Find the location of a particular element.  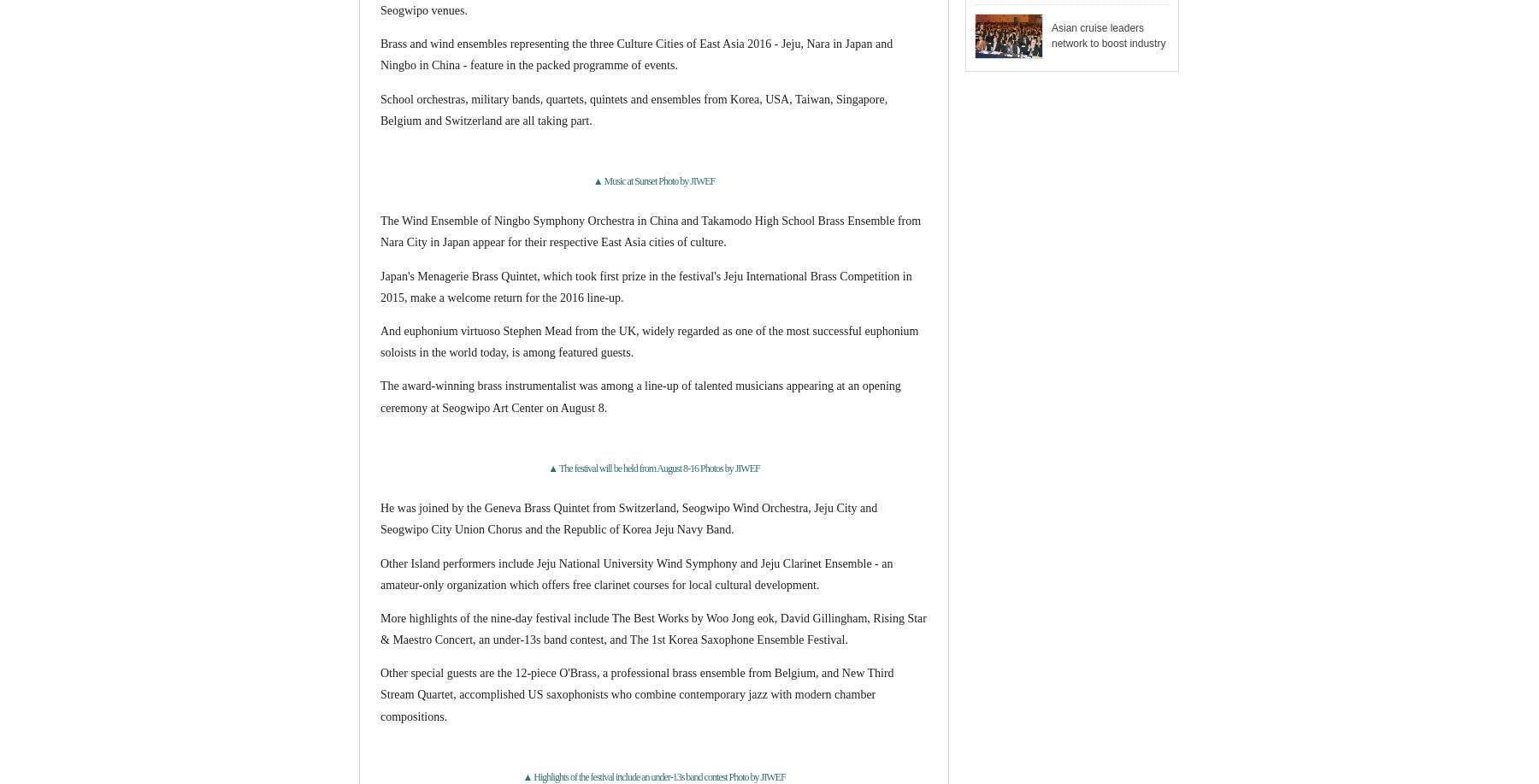

'More highlights of the nine-day festival include The Best Works by Woo Jong eok, David Gillingham, Rising Star & Maestro Concert, an under-13s band contest, and The 1st Korea Saxophone Ensemble Festival.' is located at coordinates (652, 628).